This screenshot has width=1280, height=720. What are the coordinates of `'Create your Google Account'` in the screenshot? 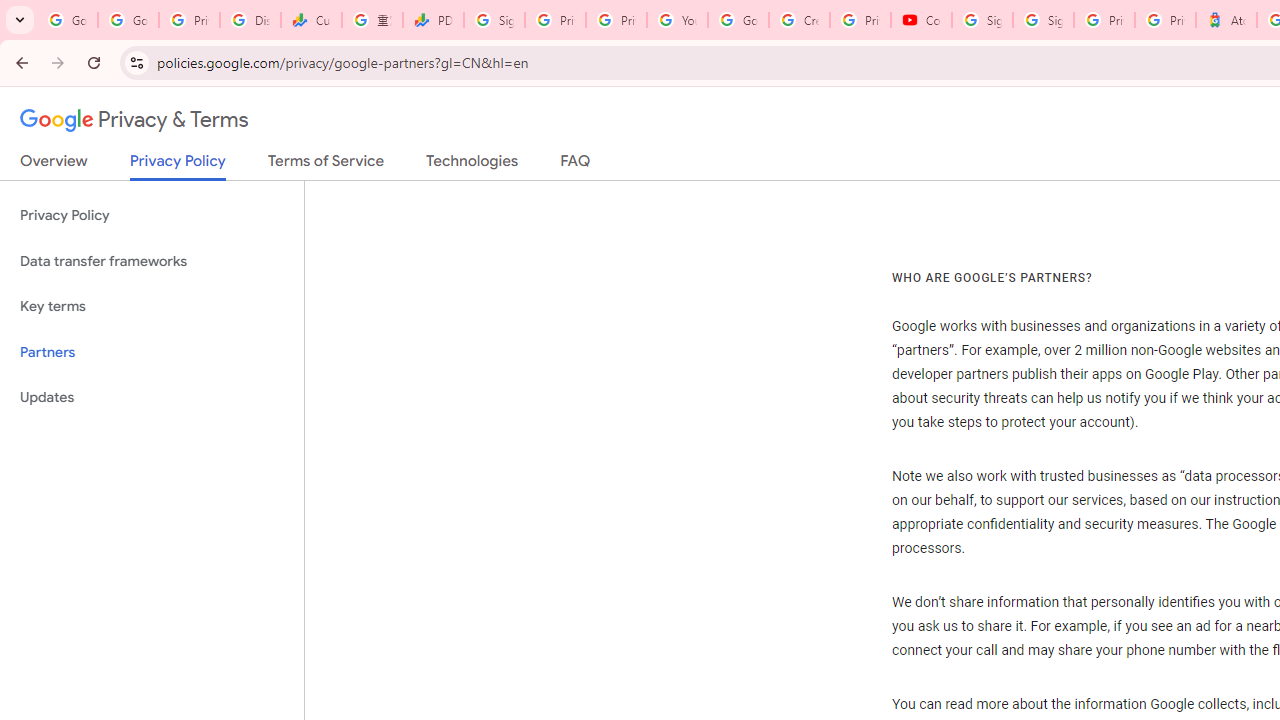 It's located at (798, 20).